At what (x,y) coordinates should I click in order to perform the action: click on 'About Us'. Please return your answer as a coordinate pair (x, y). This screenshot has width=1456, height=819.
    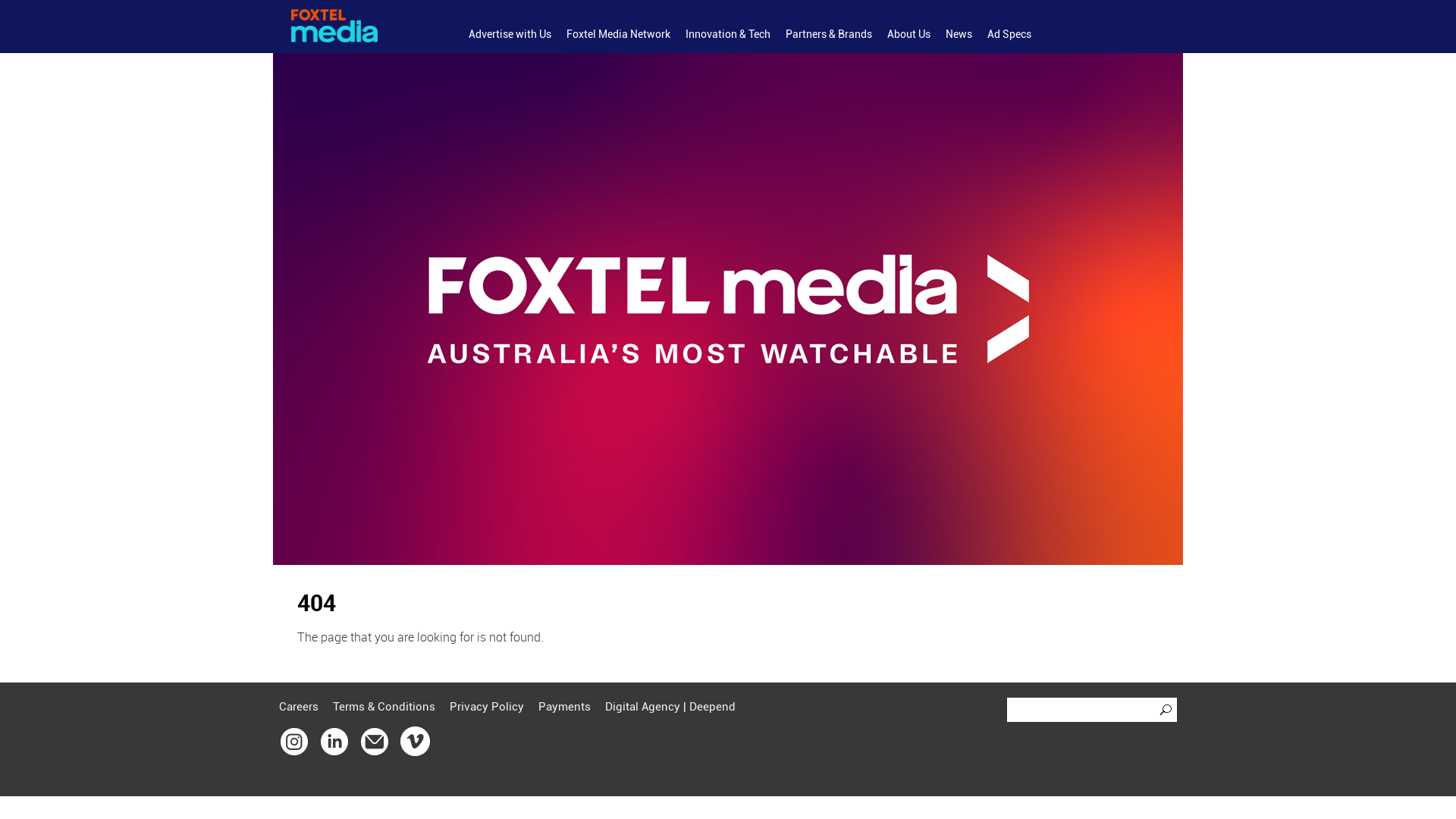
    Looking at the image, I should click on (908, 34).